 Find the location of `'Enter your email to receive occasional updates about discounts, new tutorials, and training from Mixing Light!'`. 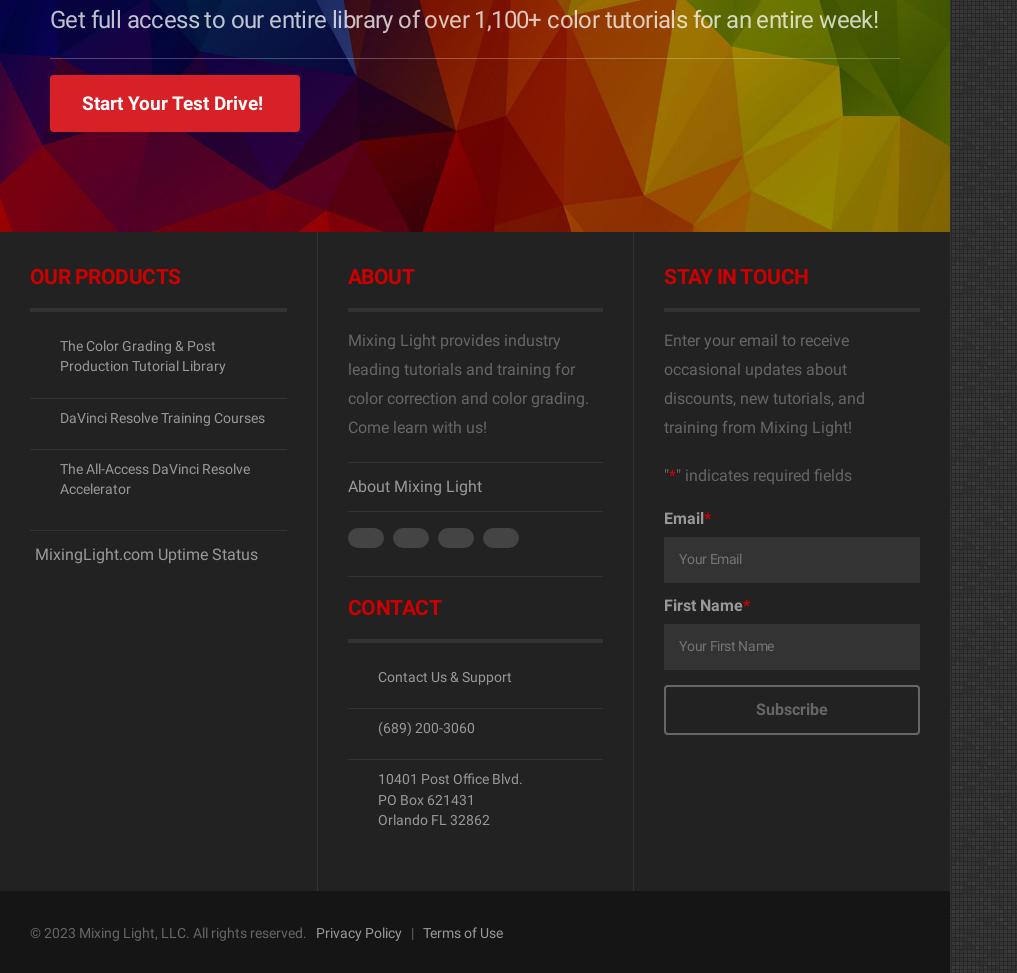

'Enter your email to receive occasional updates about discounts, new tutorials, and training from Mixing Light!' is located at coordinates (764, 382).